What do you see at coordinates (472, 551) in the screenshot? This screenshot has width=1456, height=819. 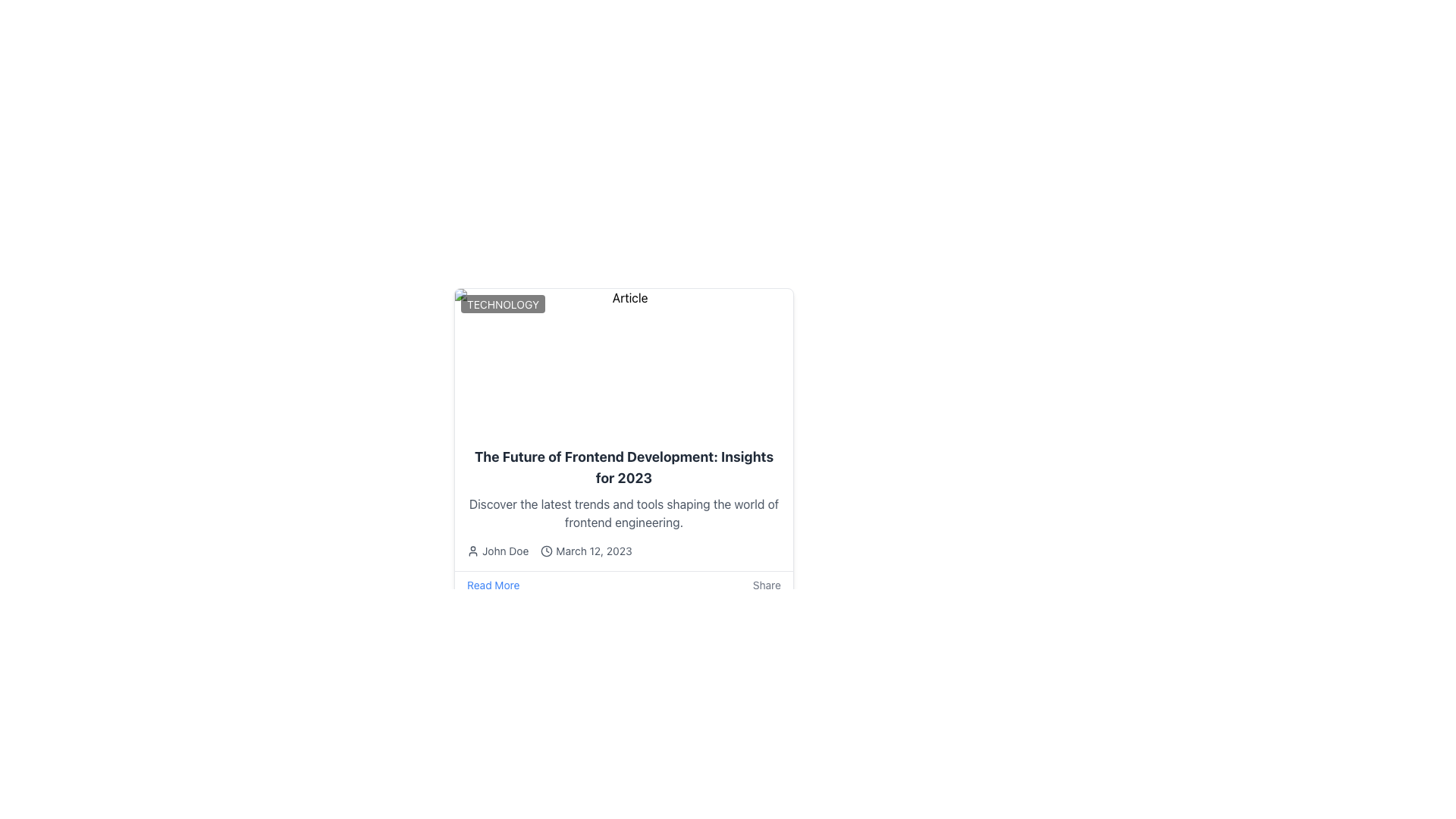 I see `the user profile icon, which is a minimalistic circular head with a curved line below, located before the text 'John Doe' and aligned with the clock icon` at bounding box center [472, 551].